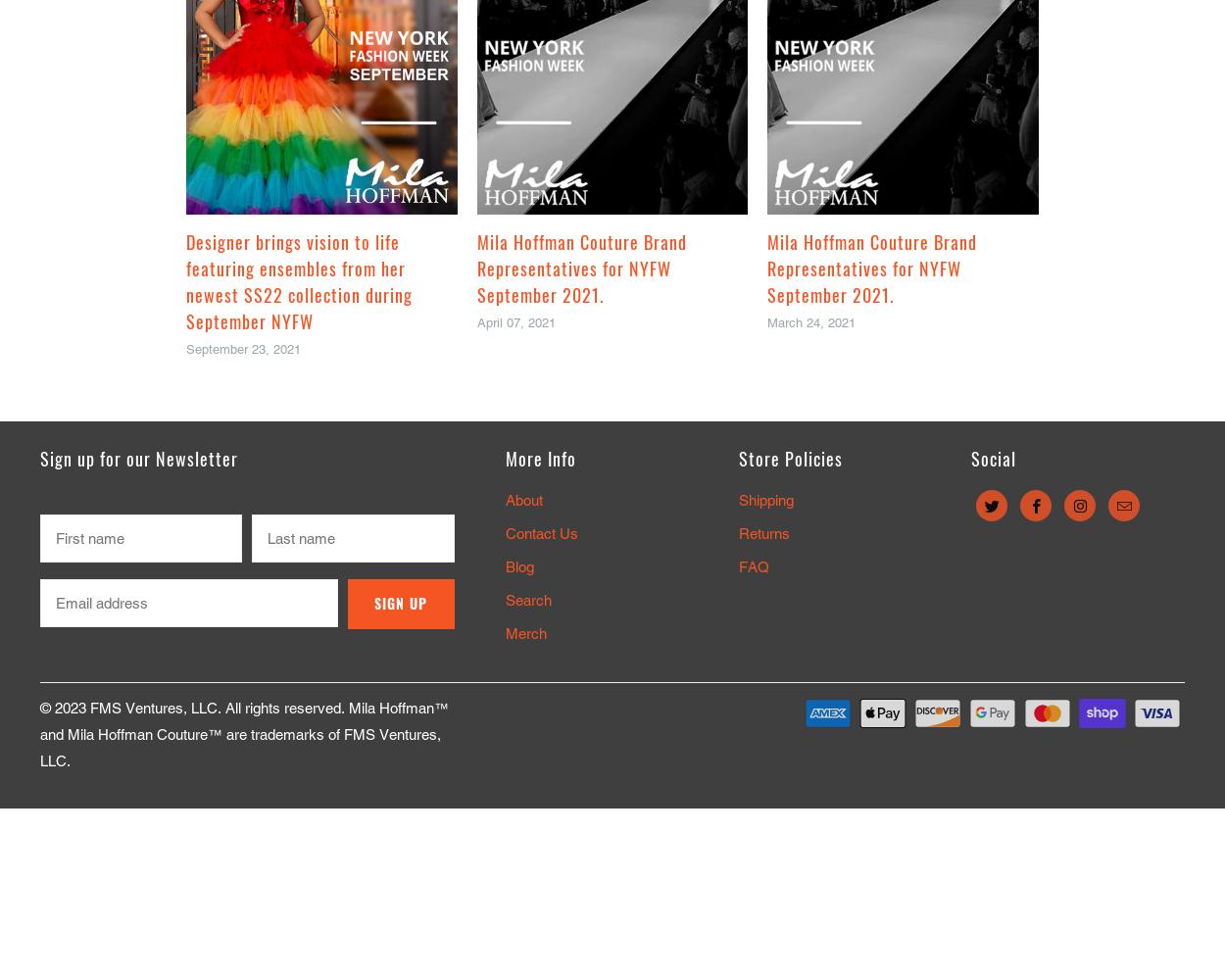 The width and height of the screenshot is (1225, 980). I want to click on 'Search', so click(528, 598).